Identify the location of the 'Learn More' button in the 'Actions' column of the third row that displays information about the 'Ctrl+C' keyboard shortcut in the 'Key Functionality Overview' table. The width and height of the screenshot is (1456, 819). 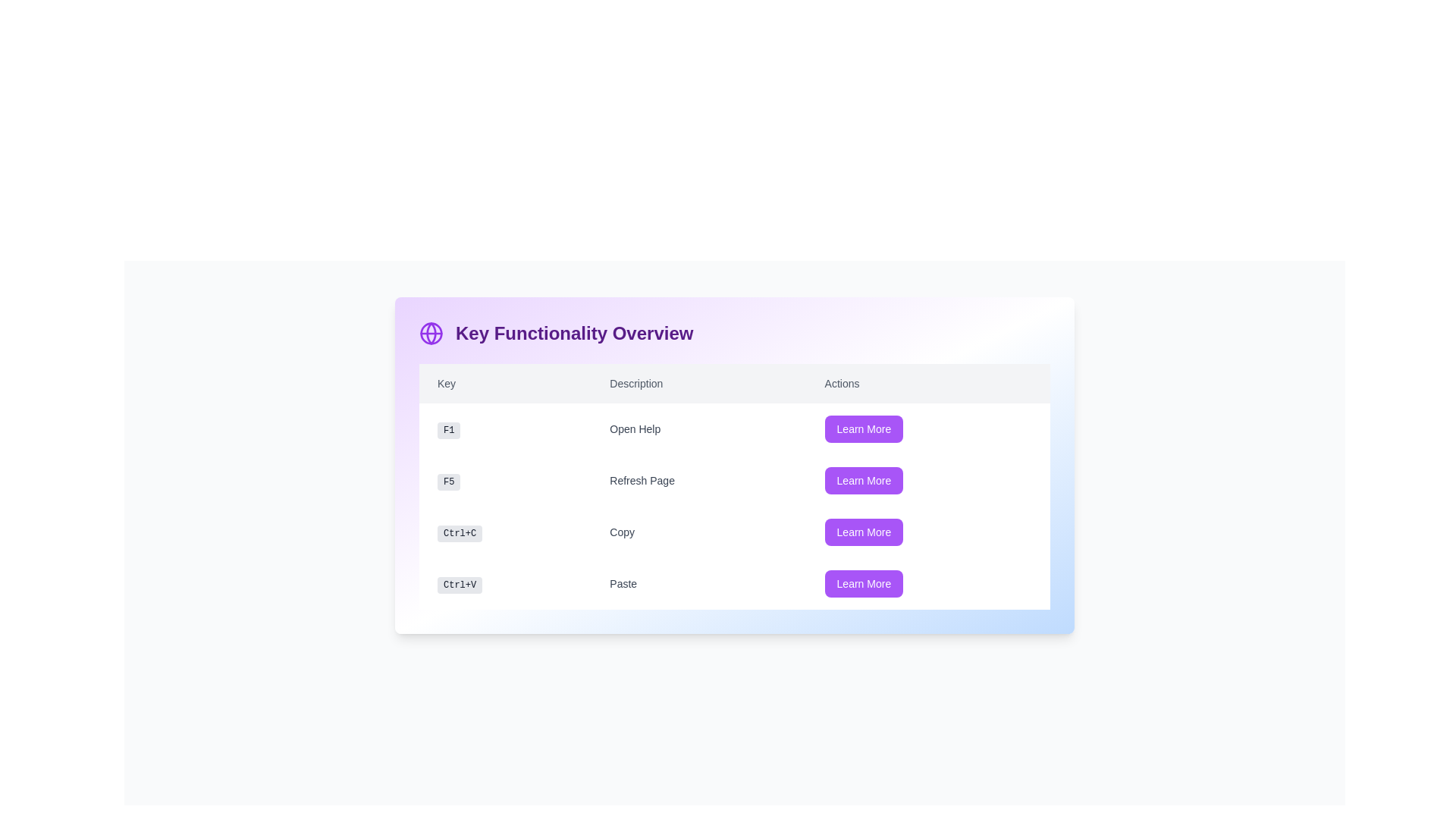
(735, 506).